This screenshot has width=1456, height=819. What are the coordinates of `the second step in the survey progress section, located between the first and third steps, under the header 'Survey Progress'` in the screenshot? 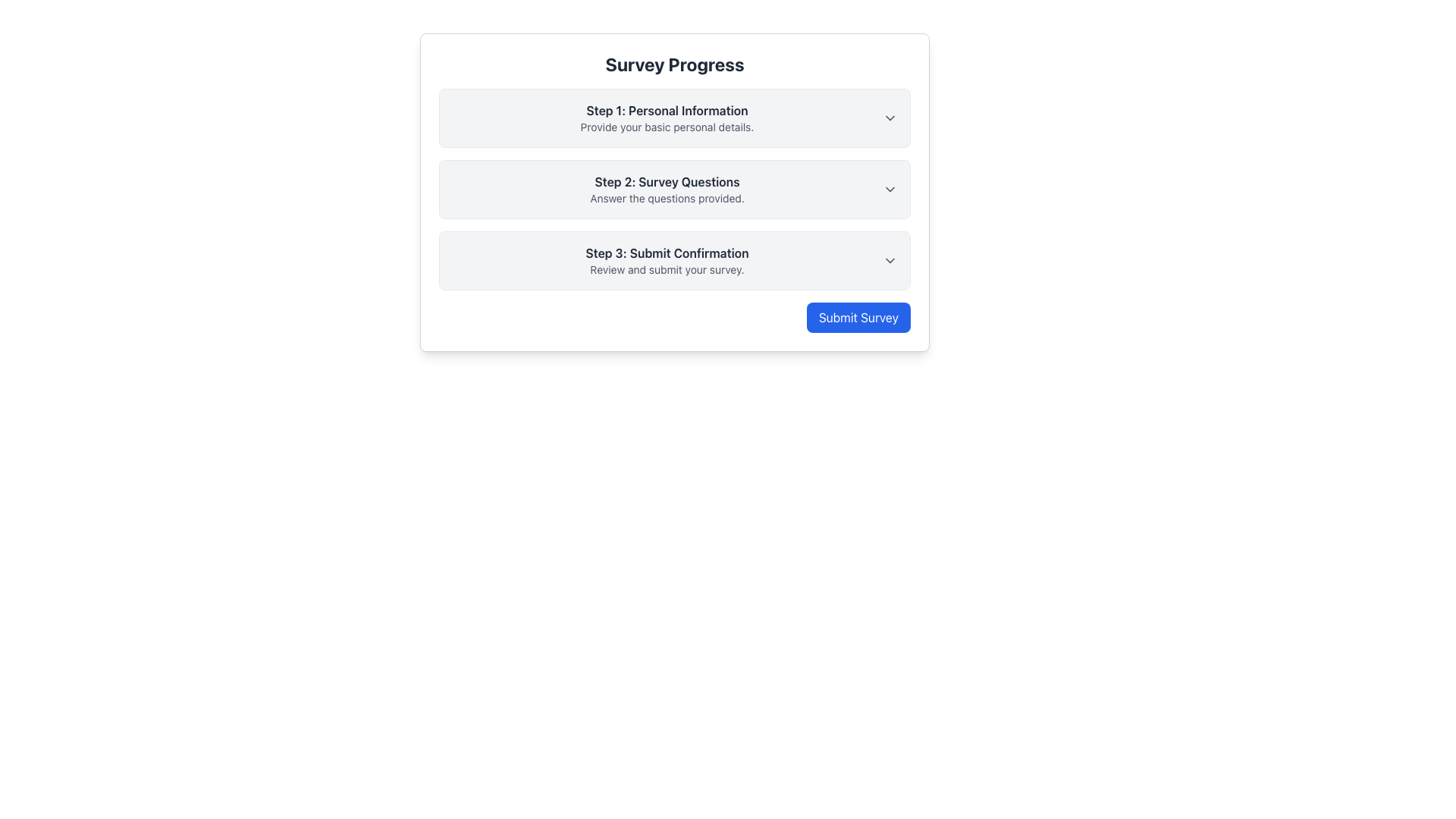 It's located at (673, 192).